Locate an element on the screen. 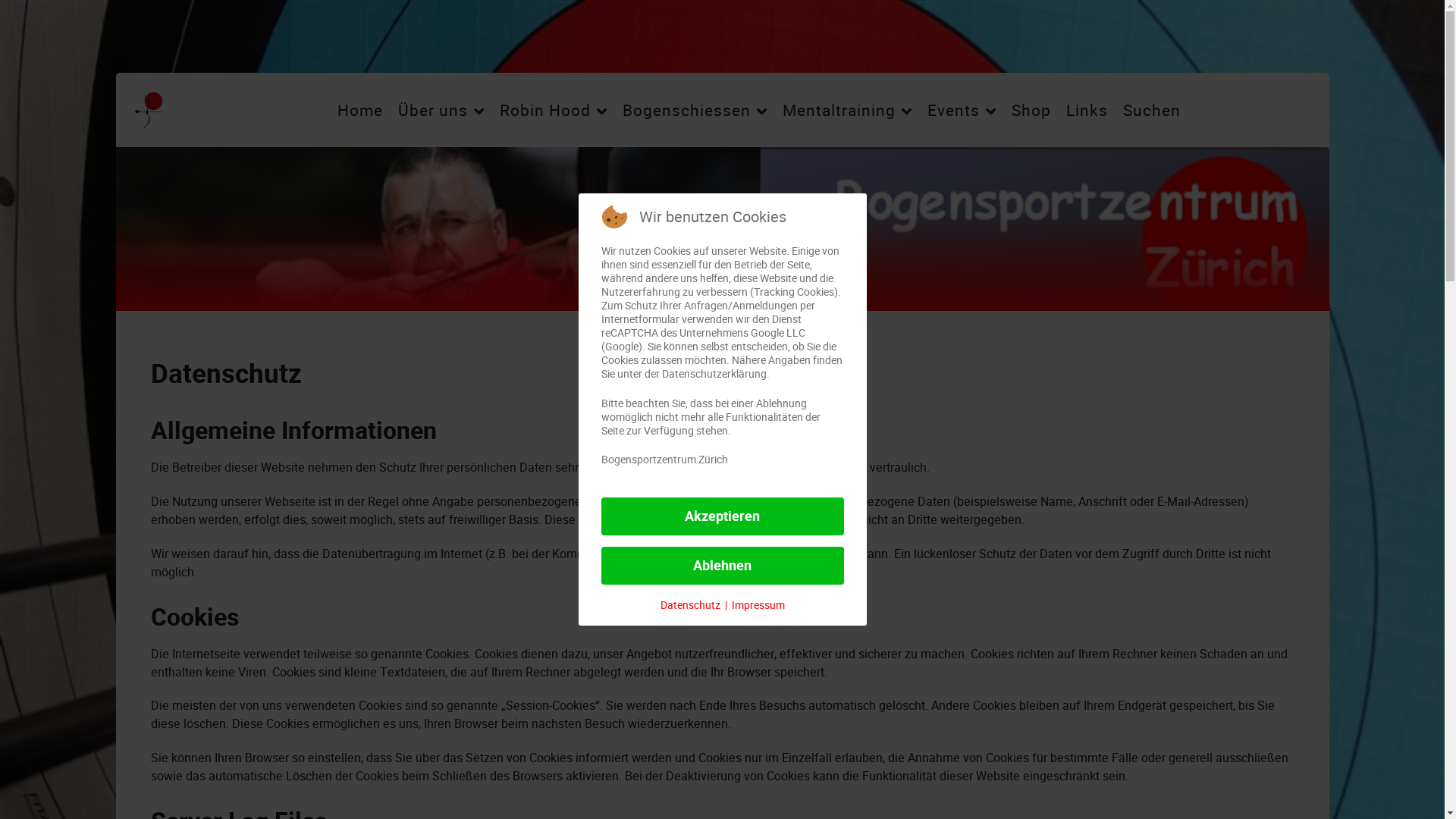  'Home' is located at coordinates (359, 109).